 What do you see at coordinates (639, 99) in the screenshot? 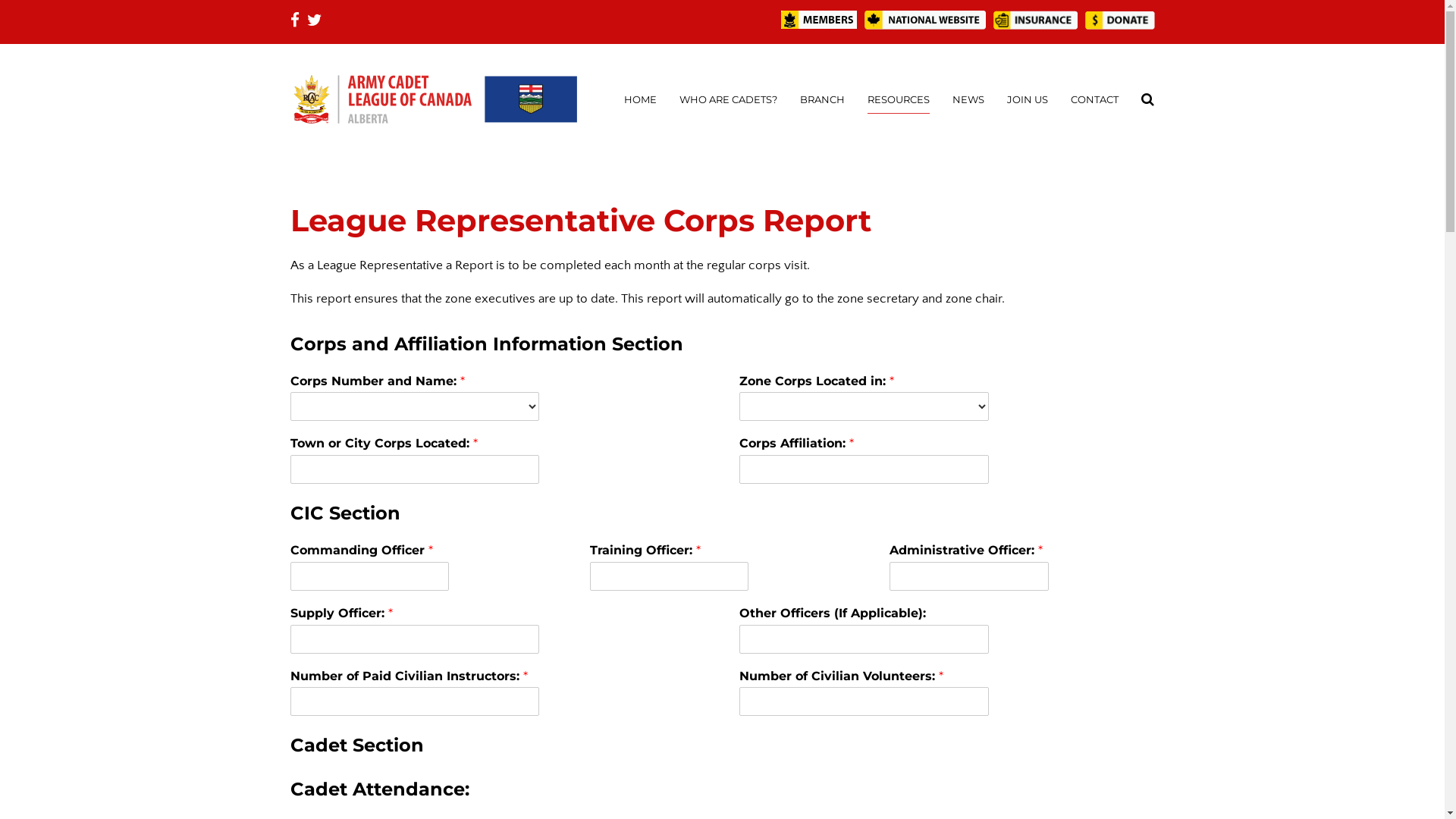
I see `'HOME'` at bounding box center [639, 99].